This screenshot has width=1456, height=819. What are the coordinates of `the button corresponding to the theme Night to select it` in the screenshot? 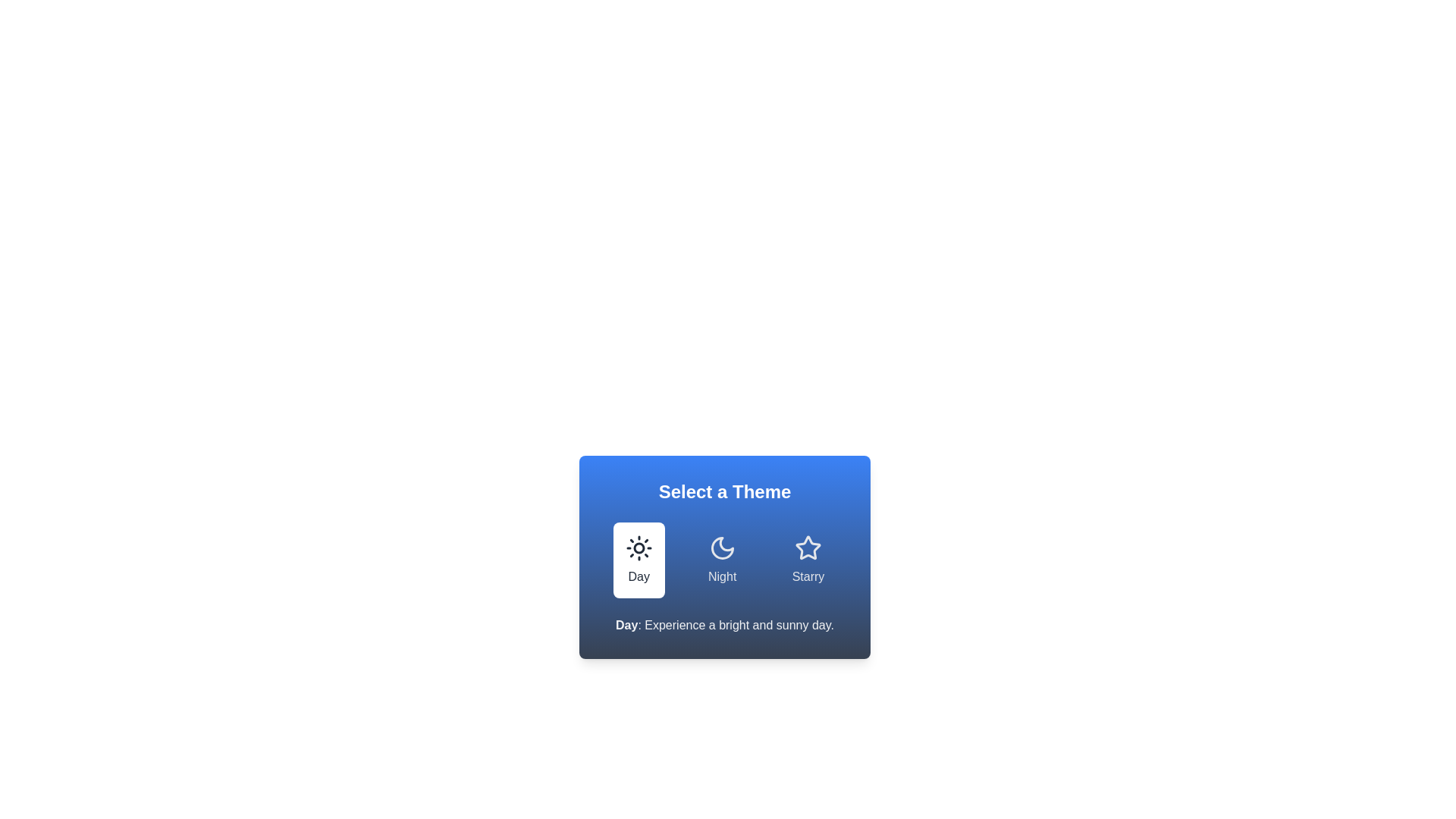 It's located at (721, 560).